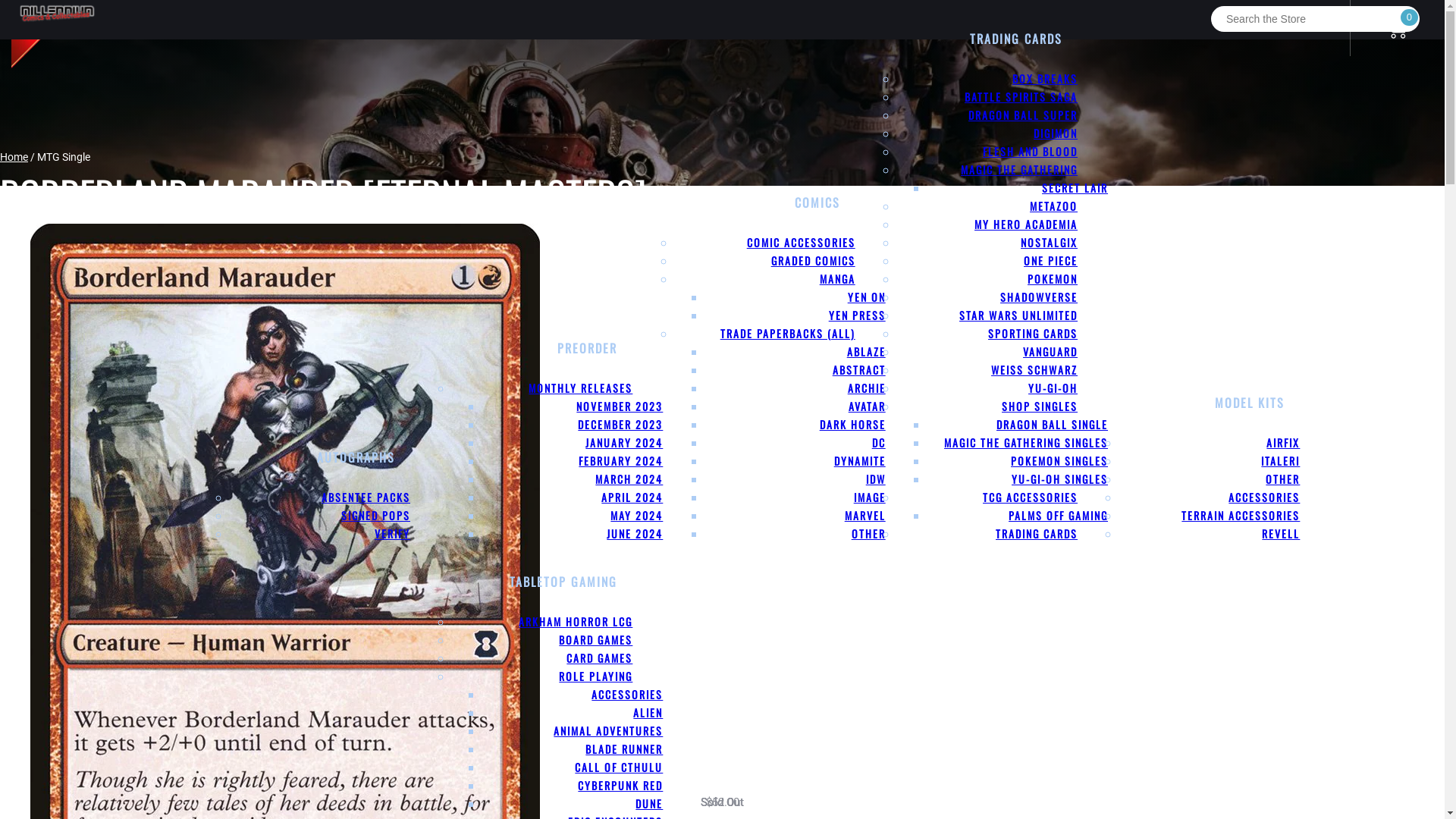 Image resolution: width=1456 pixels, height=819 pixels. Describe the element at coordinates (629, 479) in the screenshot. I see `'MARCH 2024'` at that location.